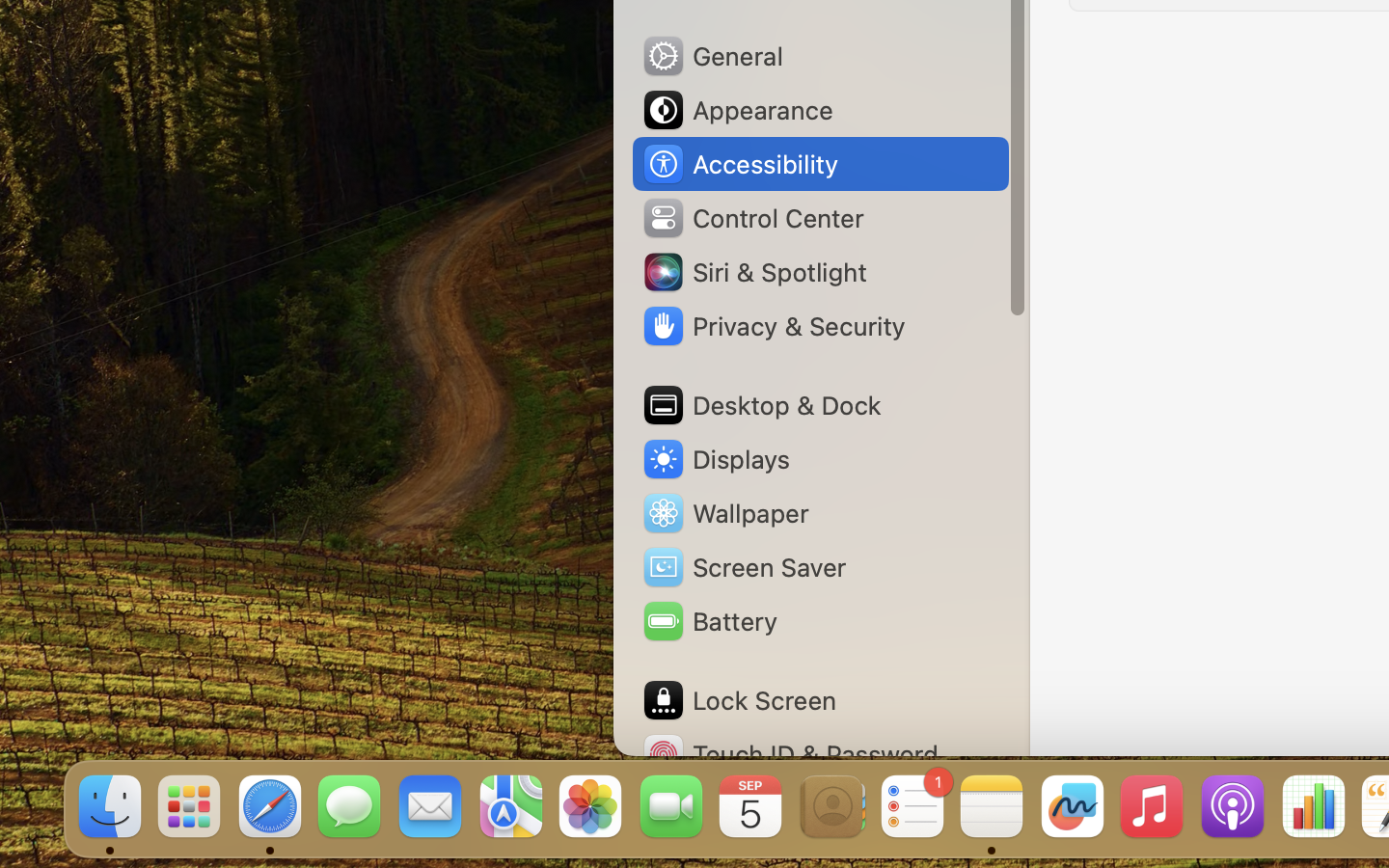 This screenshot has width=1389, height=868. I want to click on 'Control Center', so click(751, 217).